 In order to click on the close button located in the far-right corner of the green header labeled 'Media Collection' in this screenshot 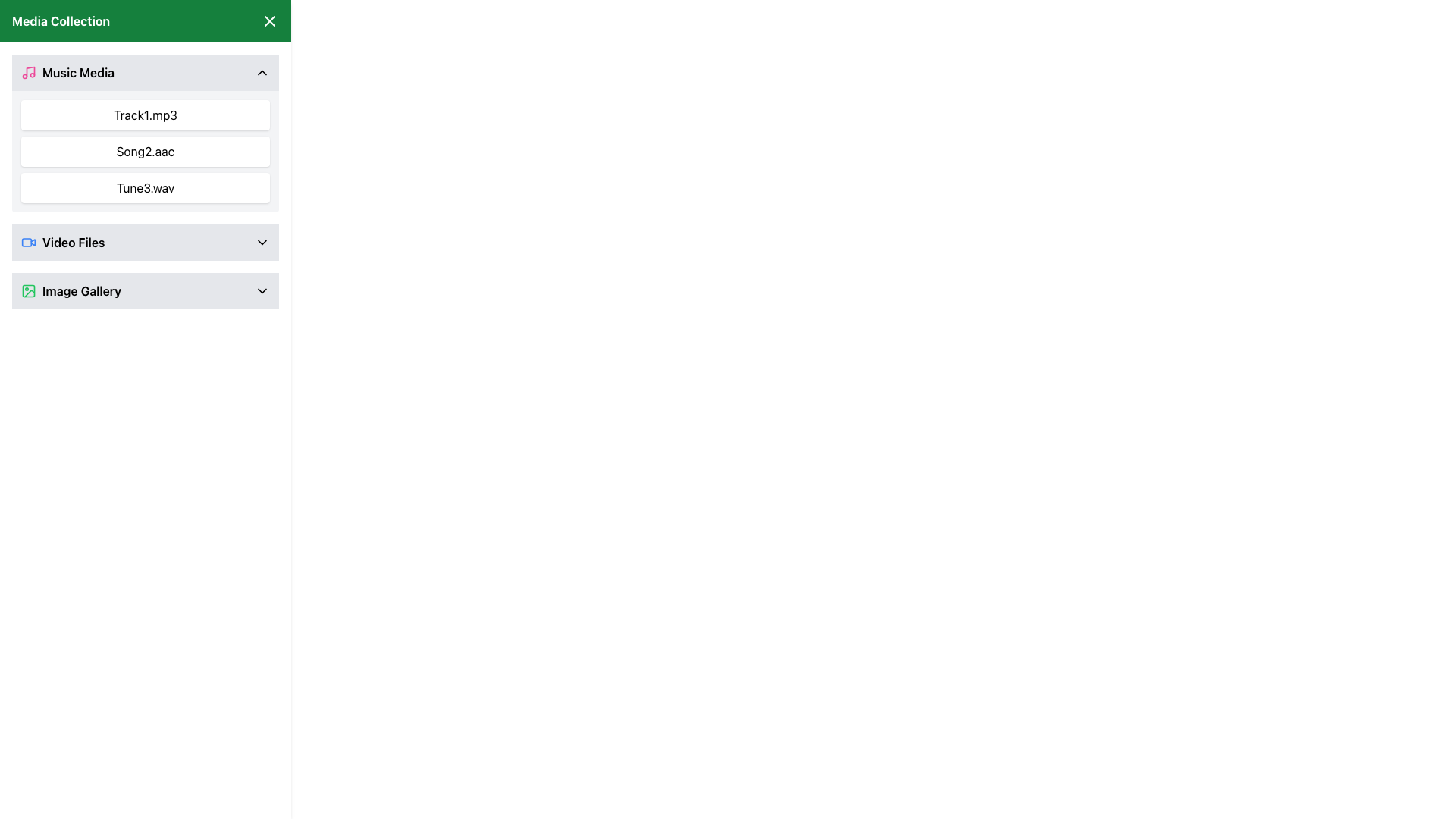, I will do `click(269, 20)`.